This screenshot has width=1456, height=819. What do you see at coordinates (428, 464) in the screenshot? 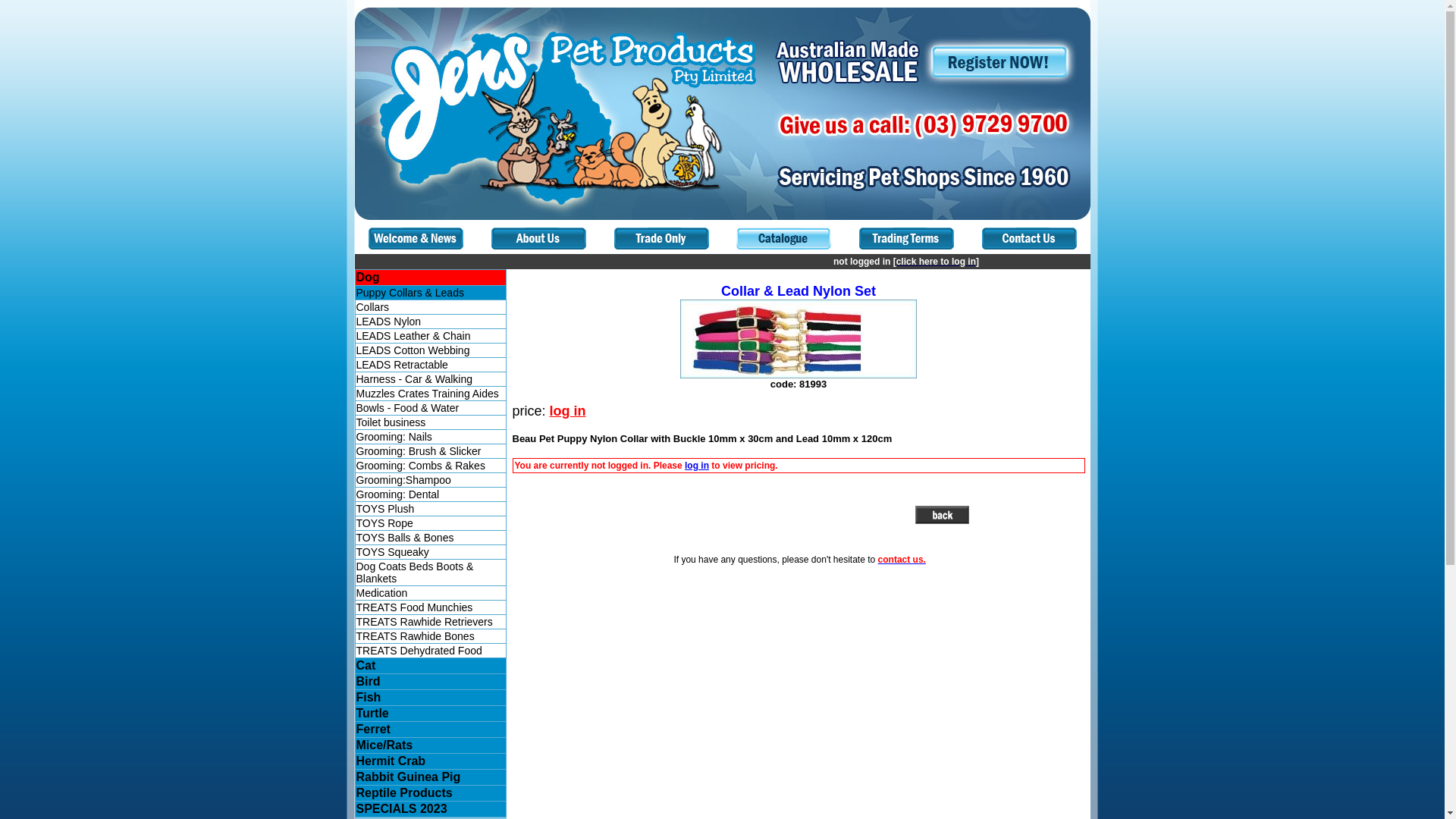
I see `'Grooming: Combs & Rakes'` at bounding box center [428, 464].